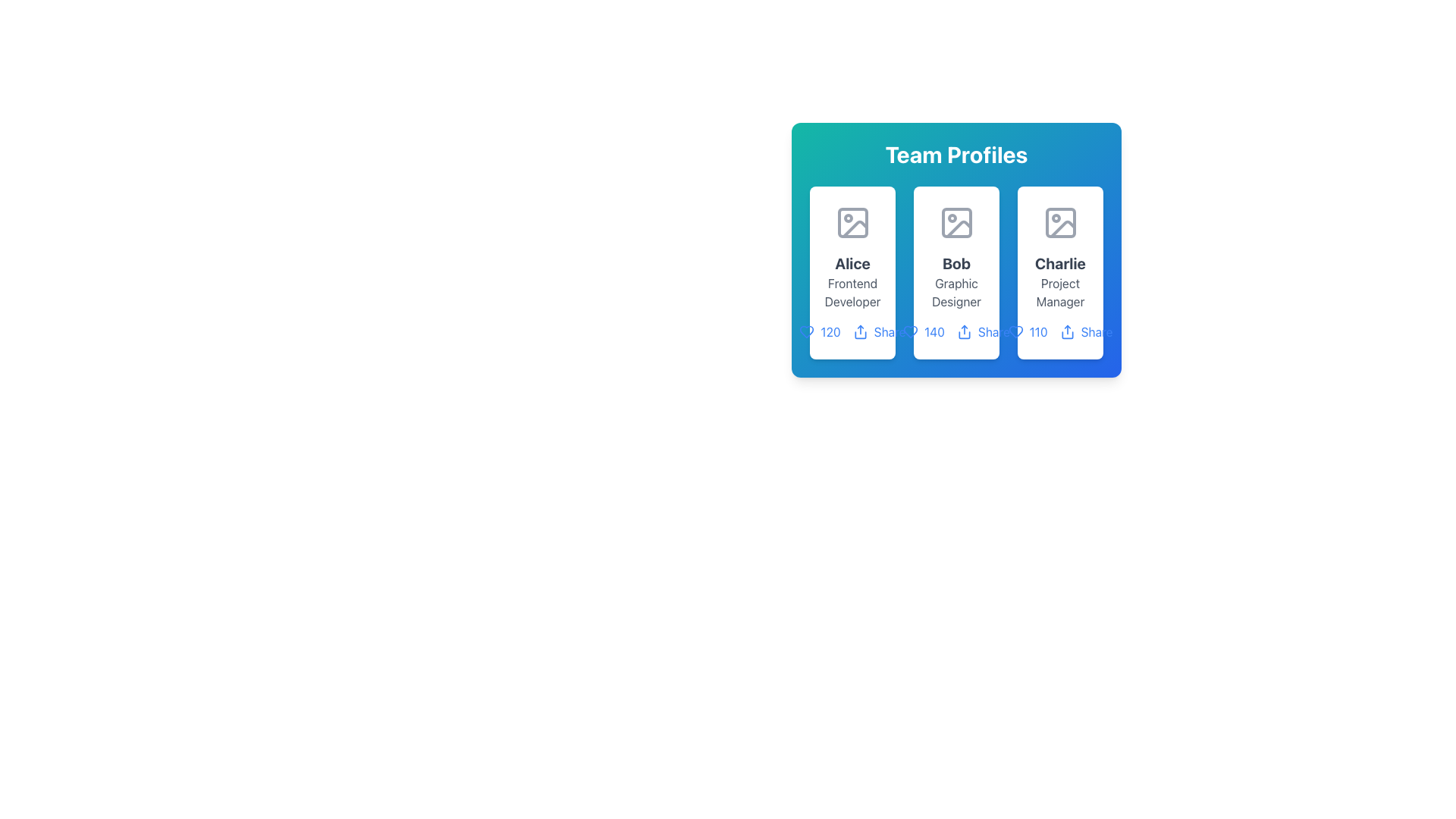 This screenshot has width=1456, height=819. Describe the element at coordinates (1028, 331) in the screenshot. I see `the blue number '110' located under the profile labeled 'Charlie', to the right of the heart icon` at that location.